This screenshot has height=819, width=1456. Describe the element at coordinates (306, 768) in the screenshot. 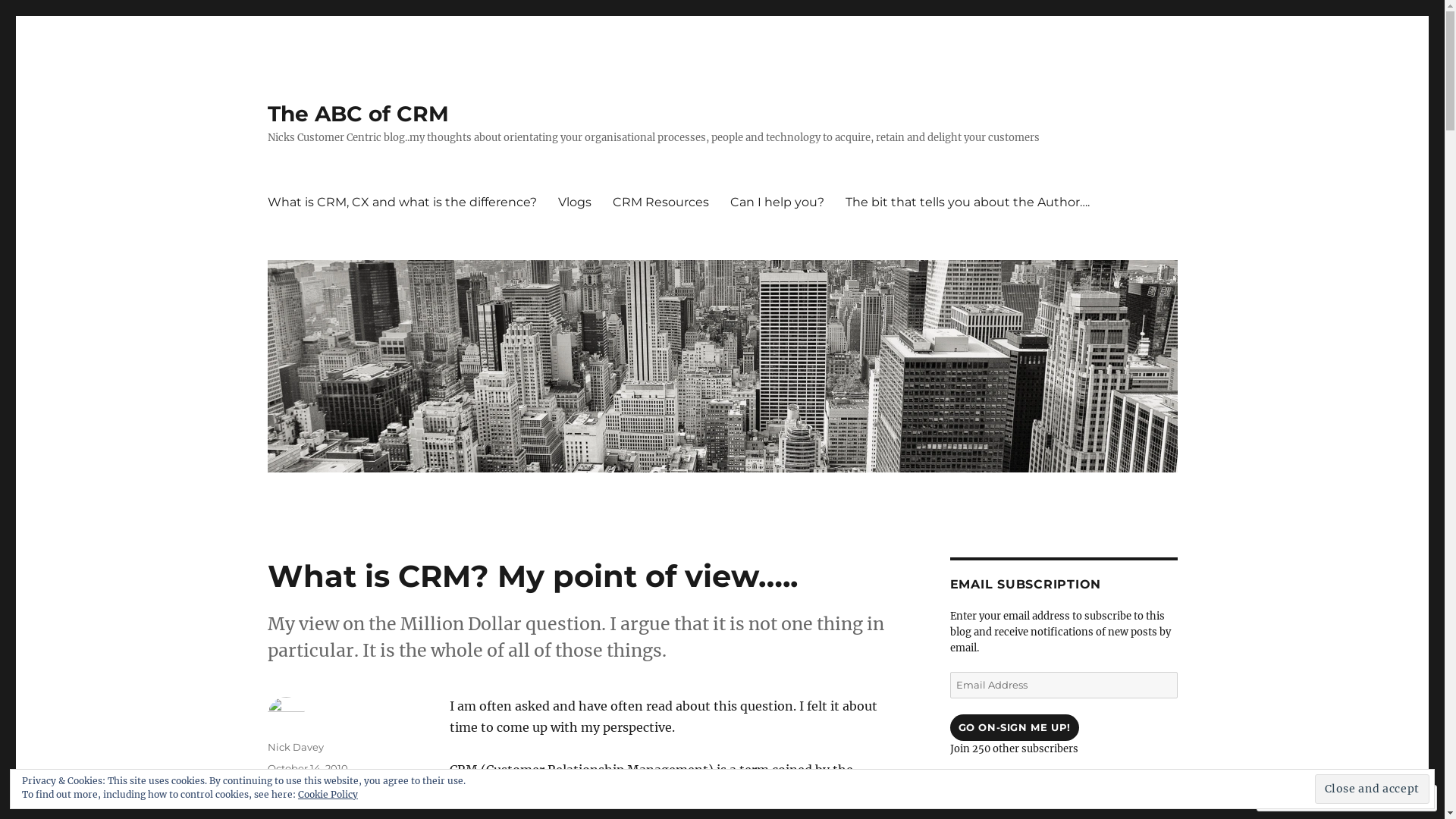

I see `'October 14, 2010'` at that location.